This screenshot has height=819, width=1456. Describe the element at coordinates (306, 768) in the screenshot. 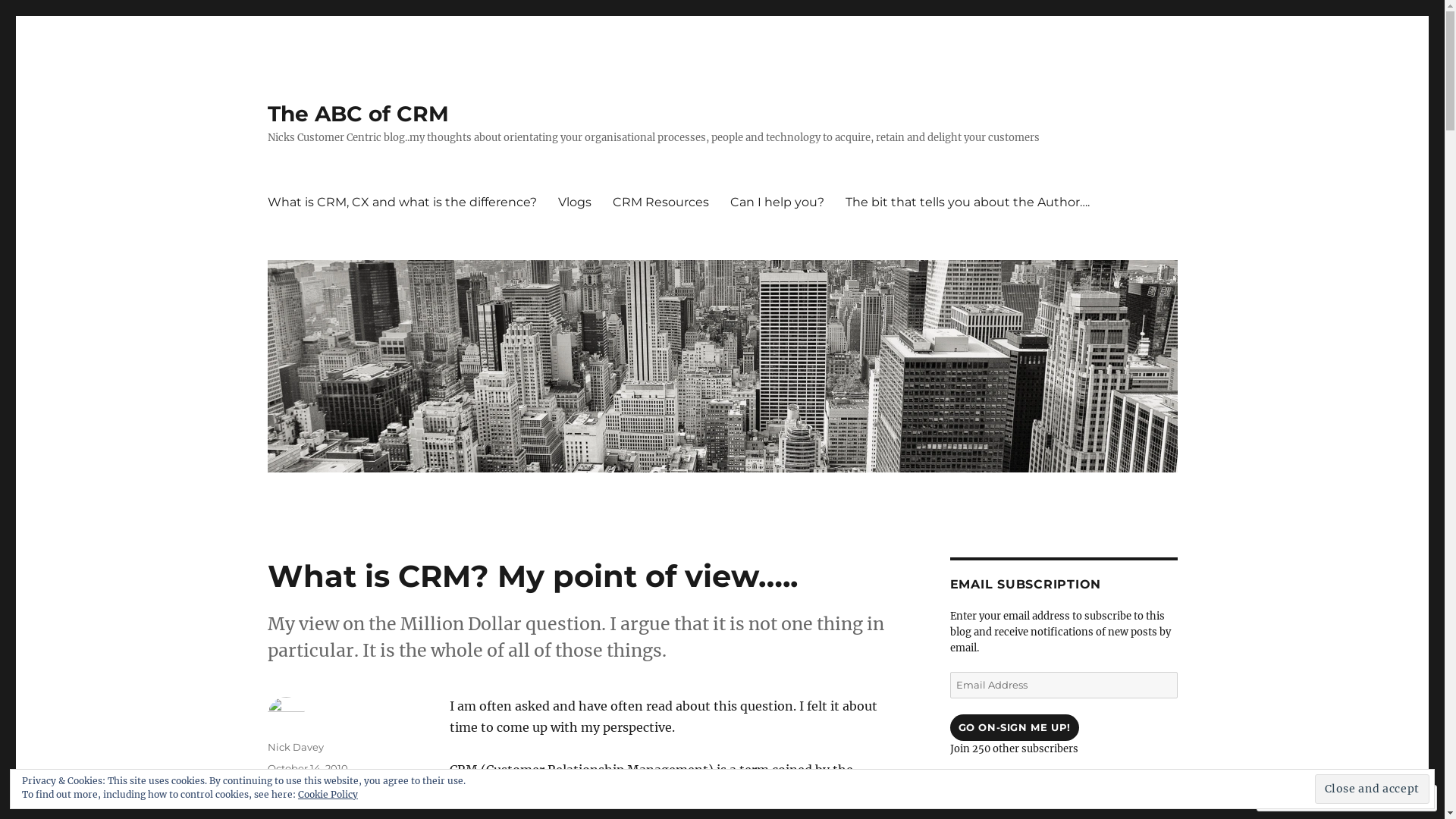

I see `'October 14, 2010'` at that location.